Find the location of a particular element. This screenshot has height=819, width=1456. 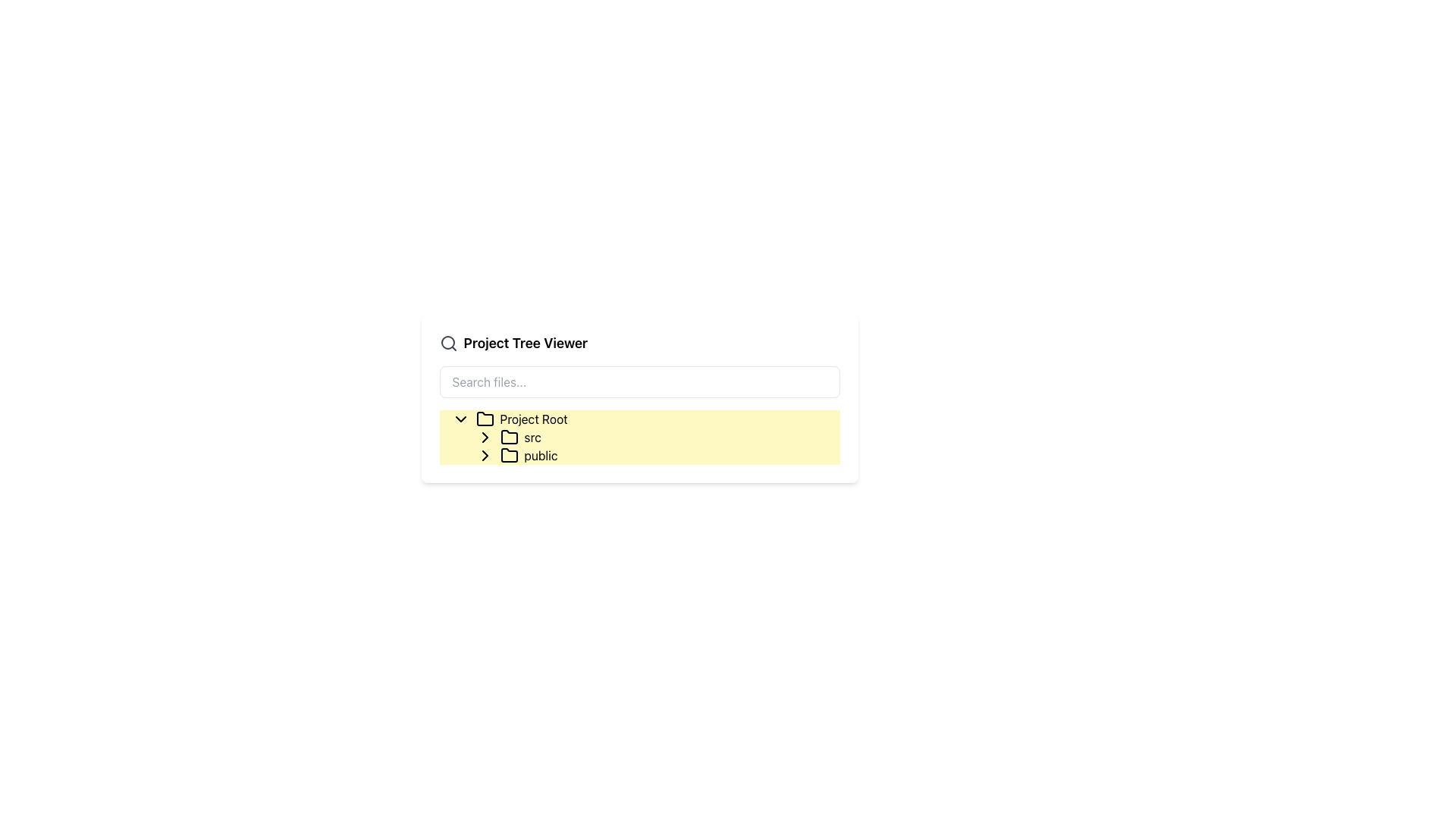

the 'Project Root' folder in the tree viewer is located at coordinates (645, 419).